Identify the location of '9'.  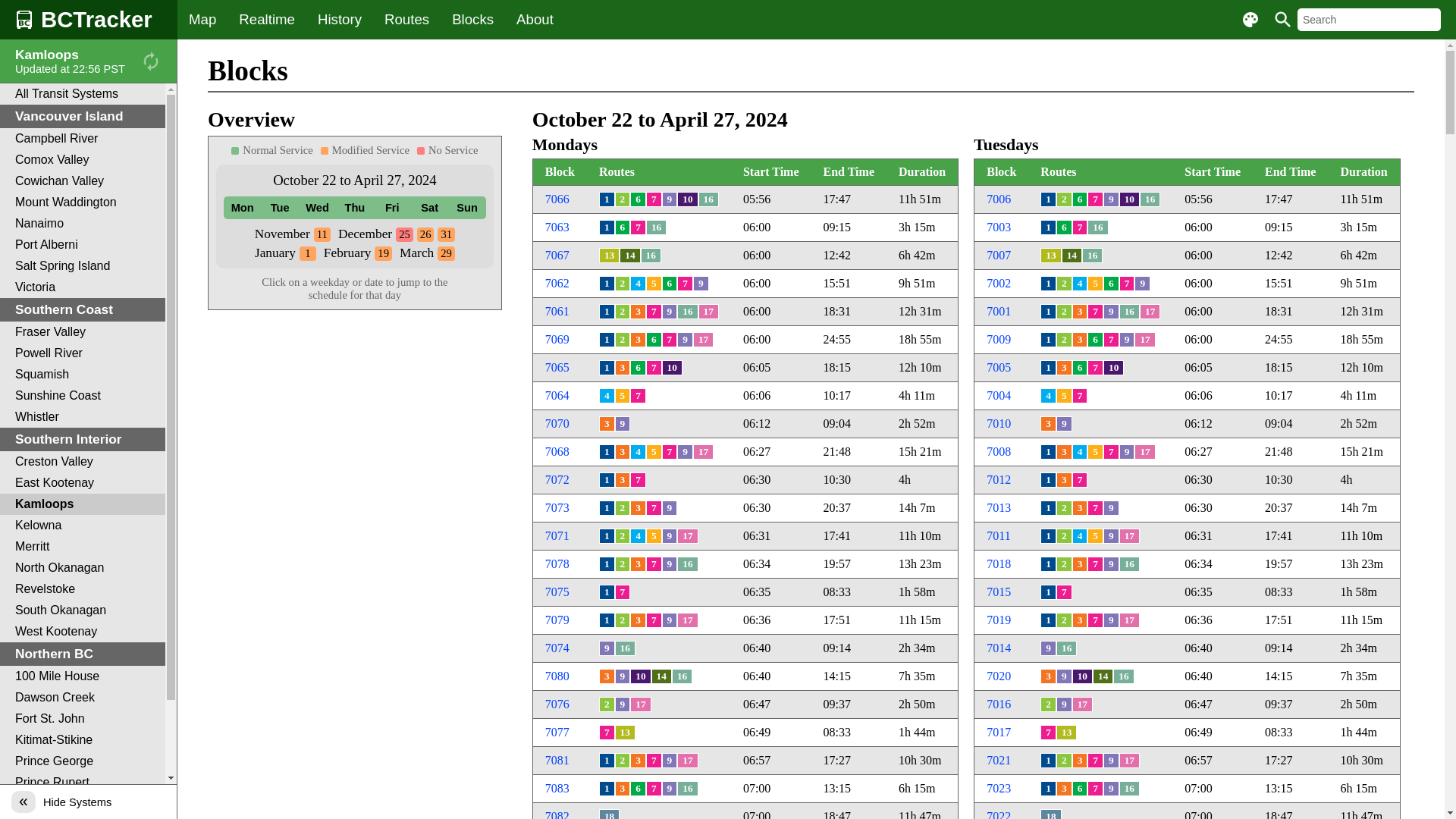
(1047, 648).